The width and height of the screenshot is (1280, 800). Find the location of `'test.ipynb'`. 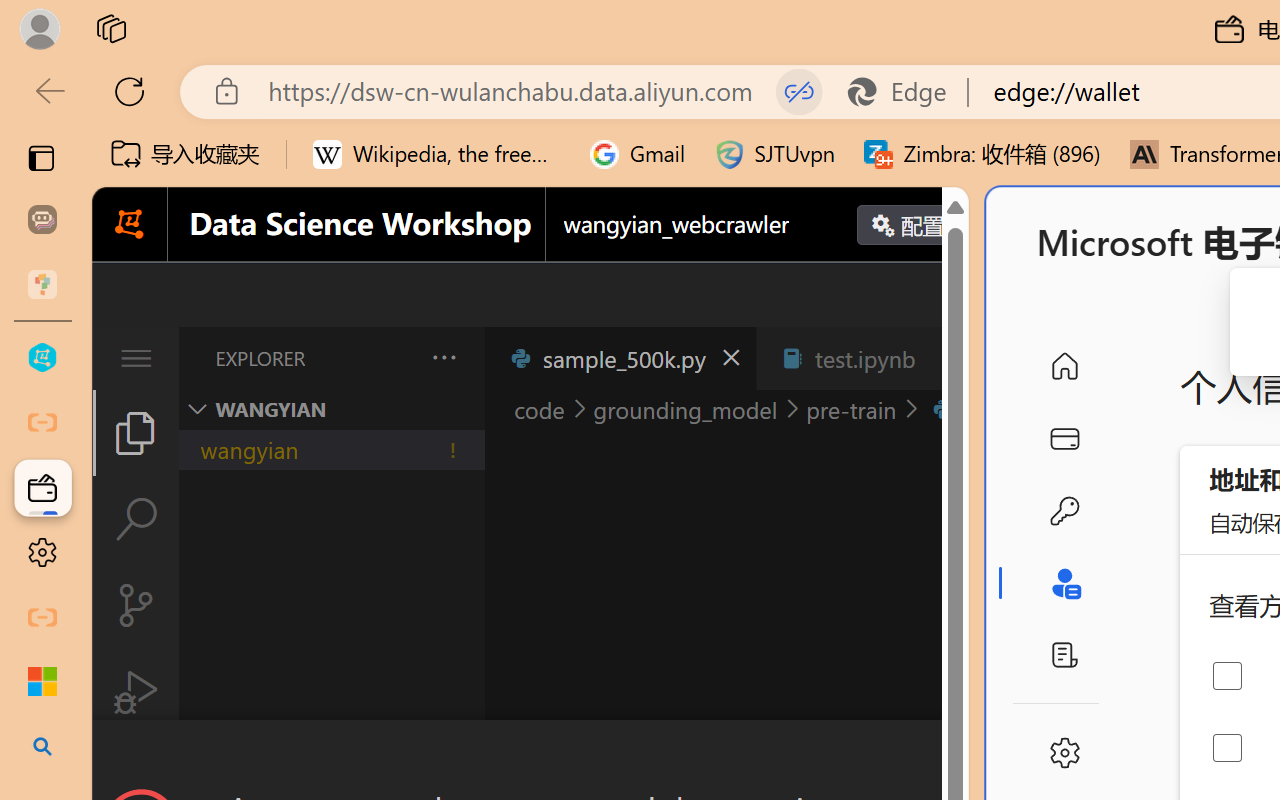

'test.ipynb' is located at coordinates (864, 358).